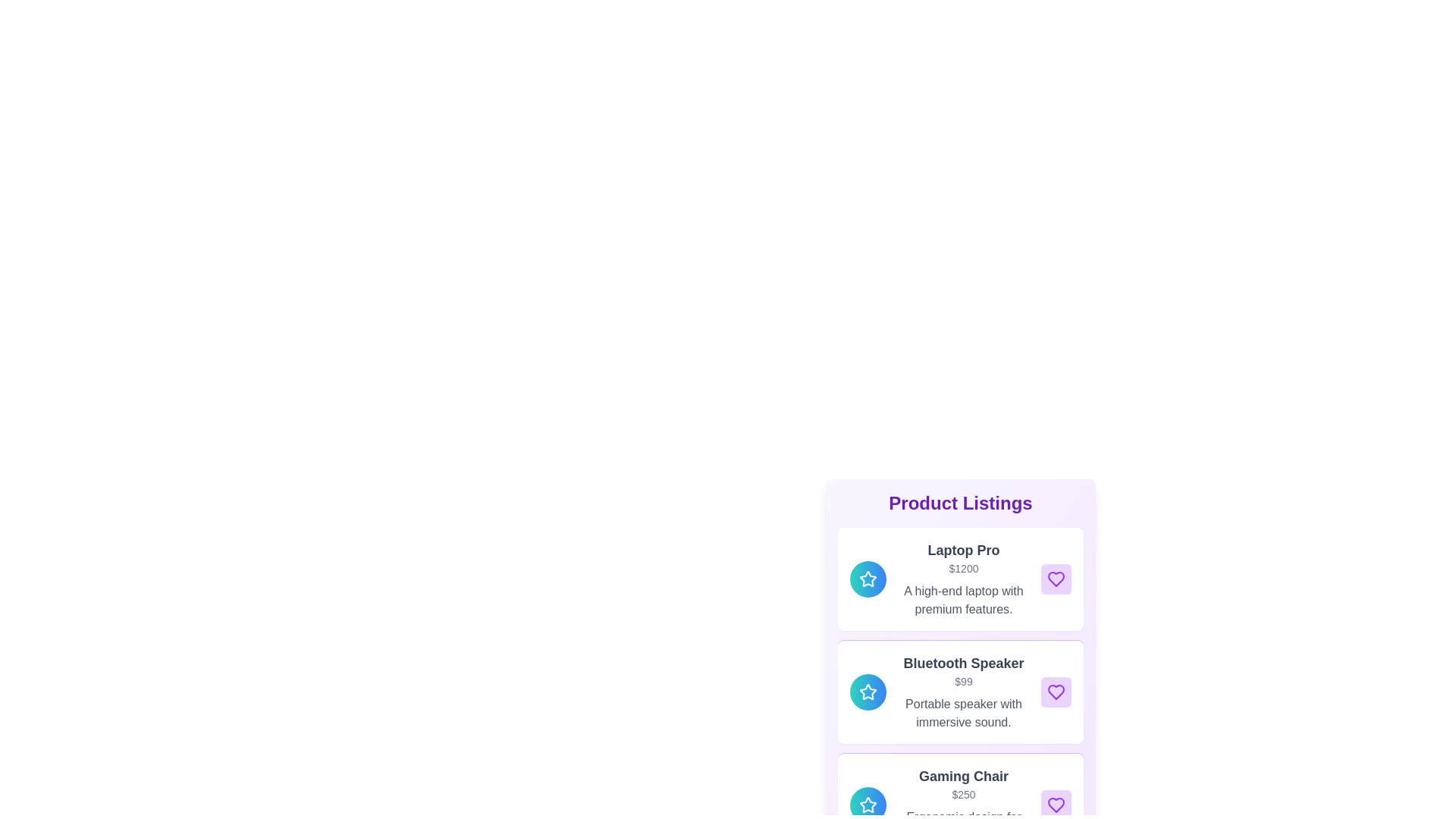  Describe the element at coordinates (868, 692) in the screenshot. I see `the product icon for Bluetooth Speaker` at that location.